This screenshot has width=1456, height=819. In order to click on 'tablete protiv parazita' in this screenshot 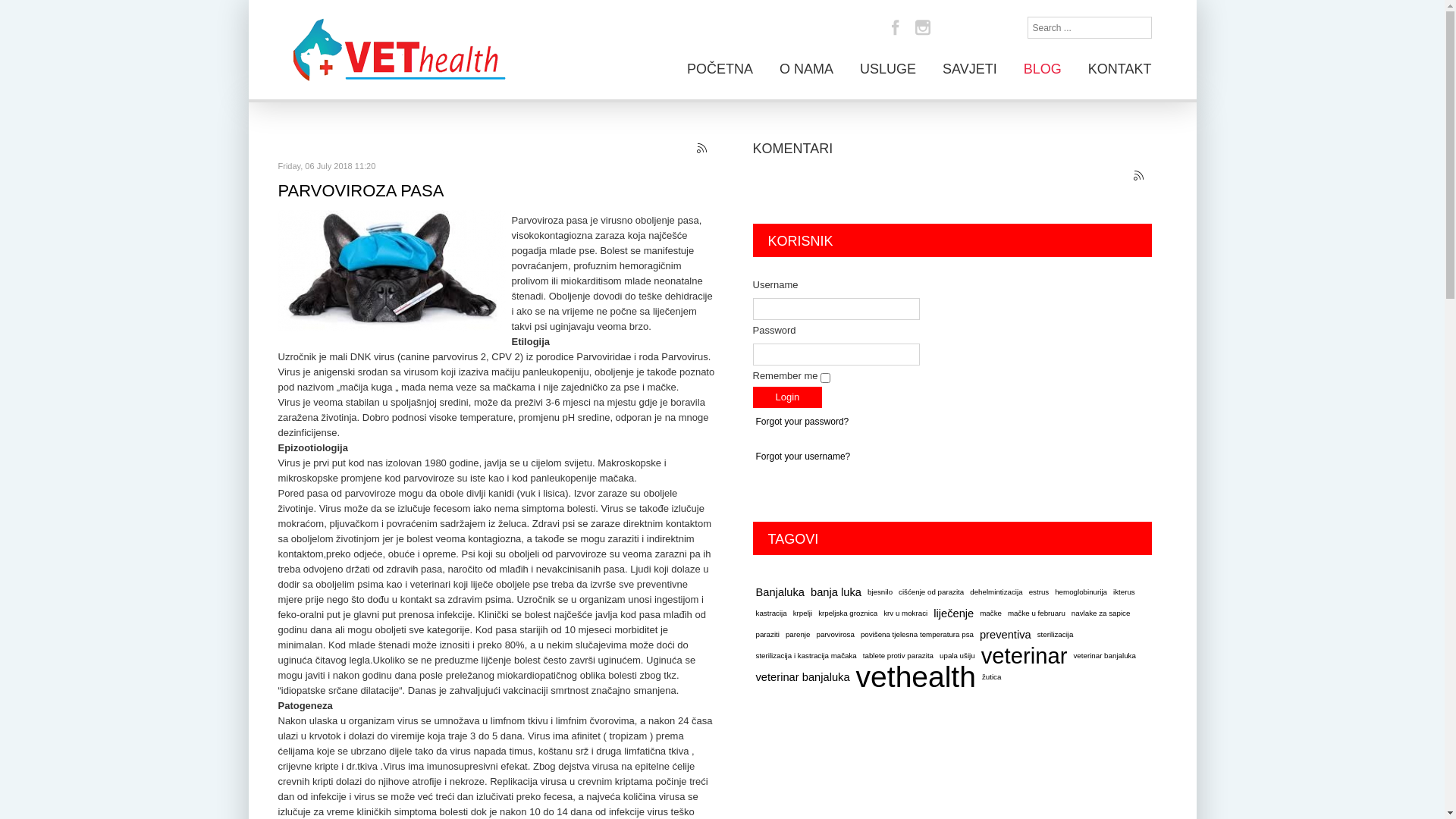, I will do `click(898, 654)`.